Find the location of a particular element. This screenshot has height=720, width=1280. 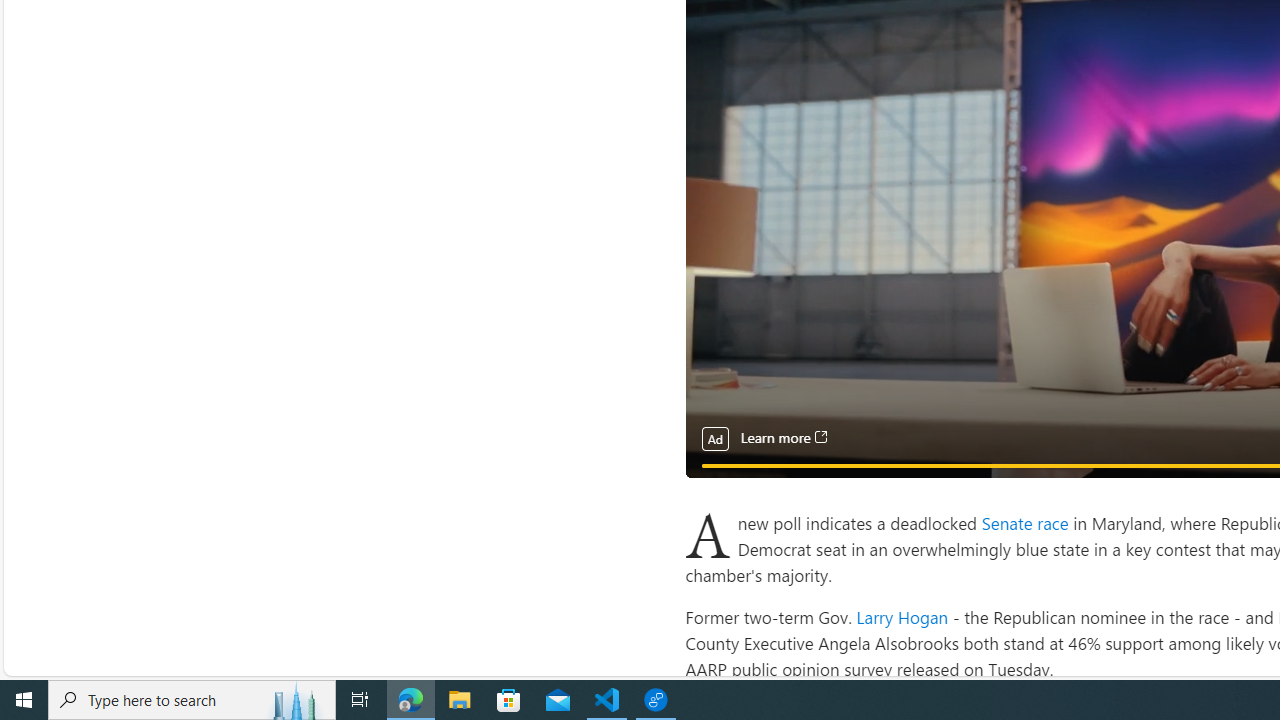

'Senate race ' is located at coordinates (1027, 521).